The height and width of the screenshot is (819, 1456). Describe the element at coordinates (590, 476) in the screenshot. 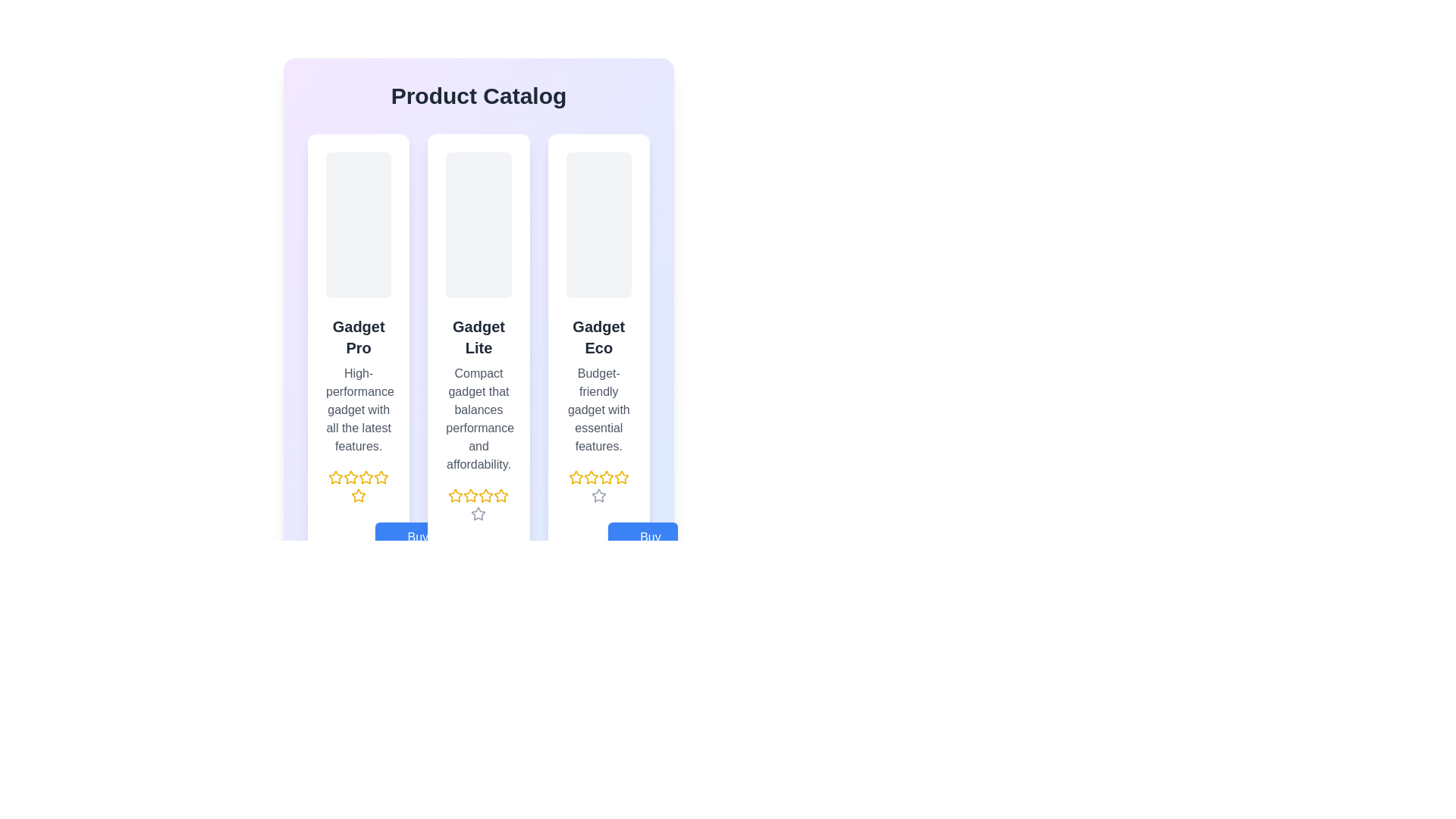

I see `the third star in the star rating component for the 'Gadget Eco' product` at that location.